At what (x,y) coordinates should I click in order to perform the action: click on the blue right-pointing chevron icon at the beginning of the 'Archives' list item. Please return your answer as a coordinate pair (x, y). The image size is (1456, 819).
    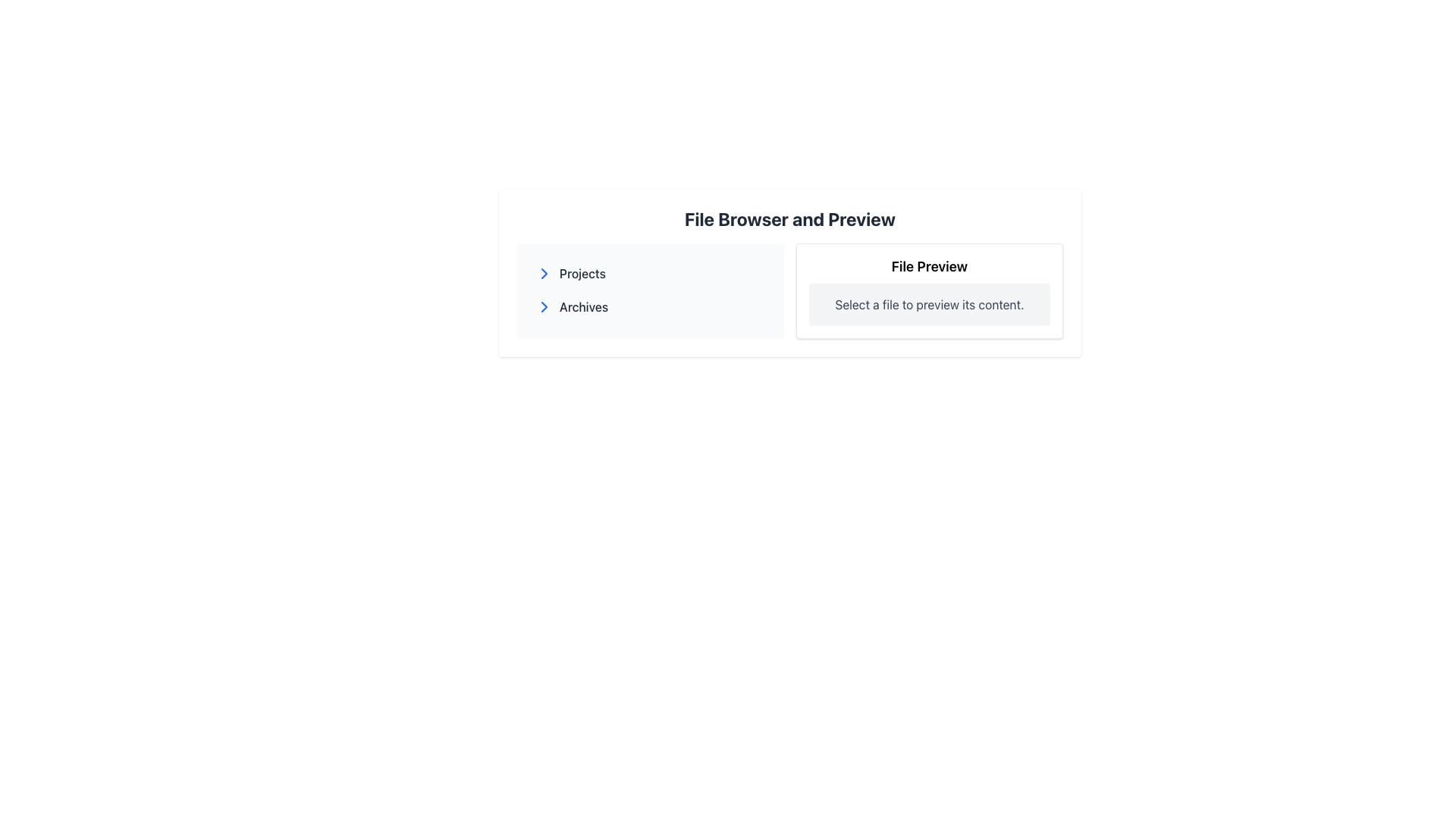
    Looking at the image, I should click on (544, 307).